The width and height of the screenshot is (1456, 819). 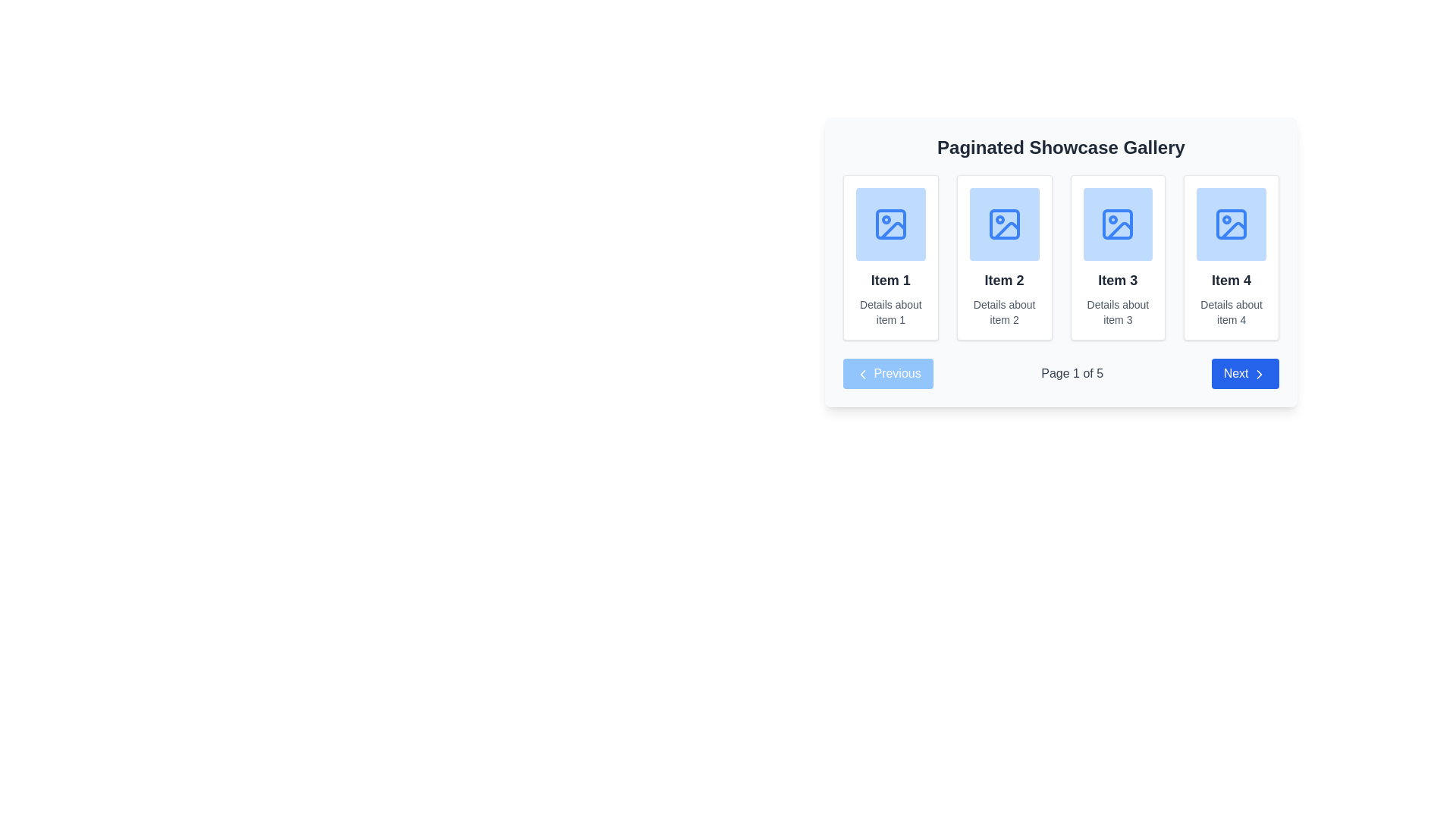 I want to click on the descriptive text element located below the title and image components of 'Item 3', so click(x=1118, y=312).